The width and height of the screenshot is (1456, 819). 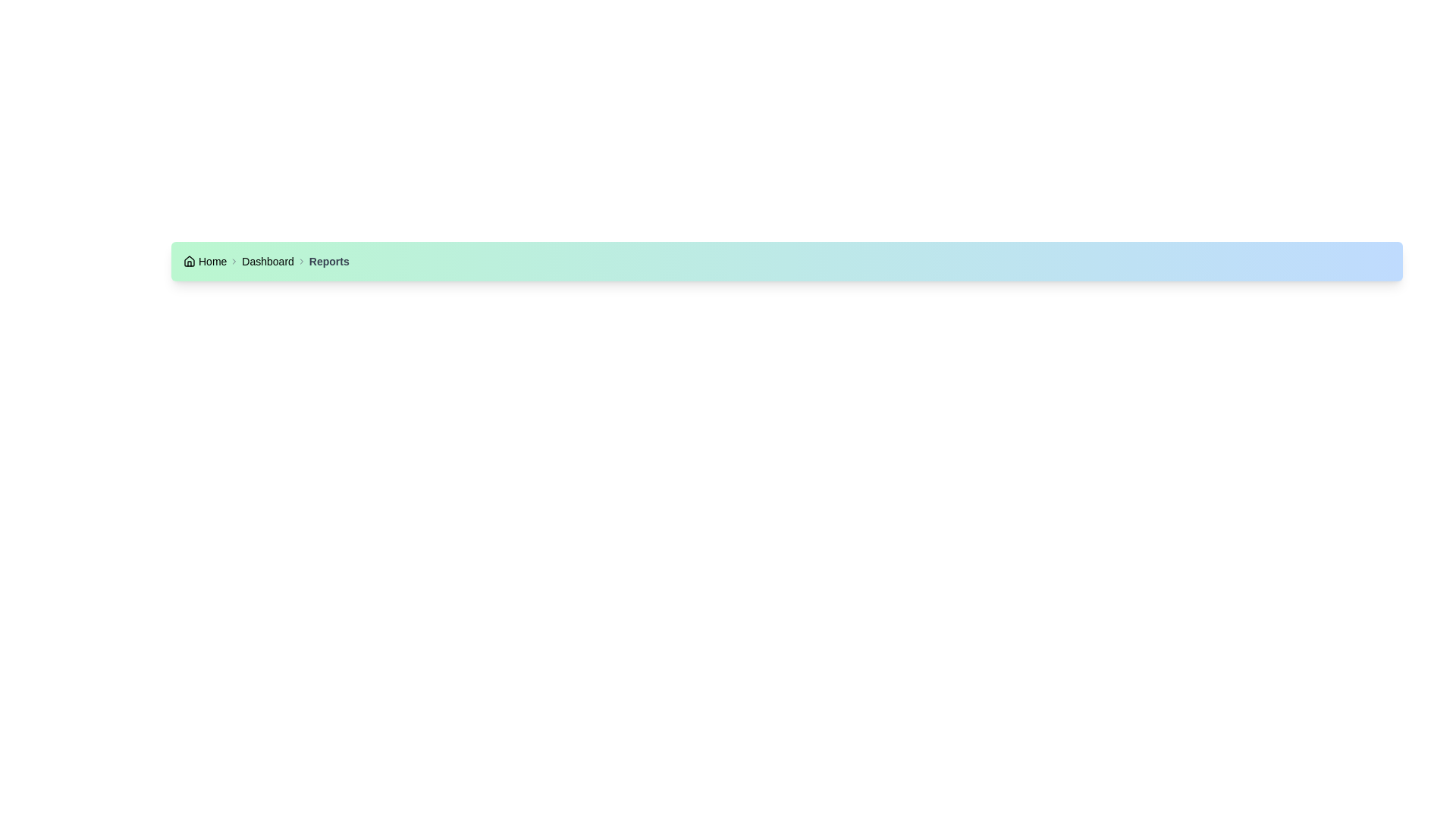 What do you see at coordinates (212, 260) in the screenshot?
I see `the 'Home' text label in the breadcrumb navigation` at bounding box center [212, 260].